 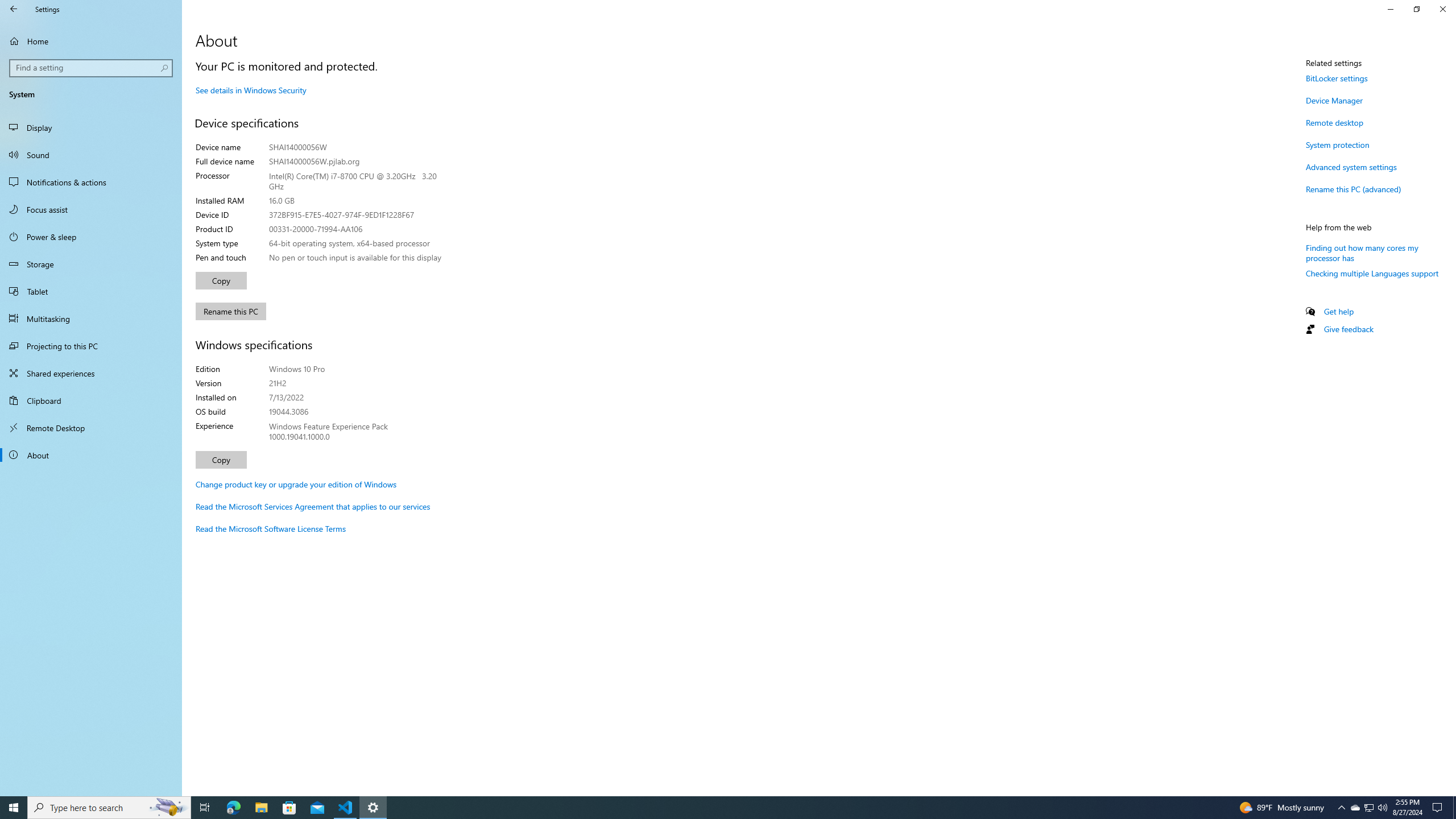 I want to click on 'Remote Desktop', so click(x=90, y=427).